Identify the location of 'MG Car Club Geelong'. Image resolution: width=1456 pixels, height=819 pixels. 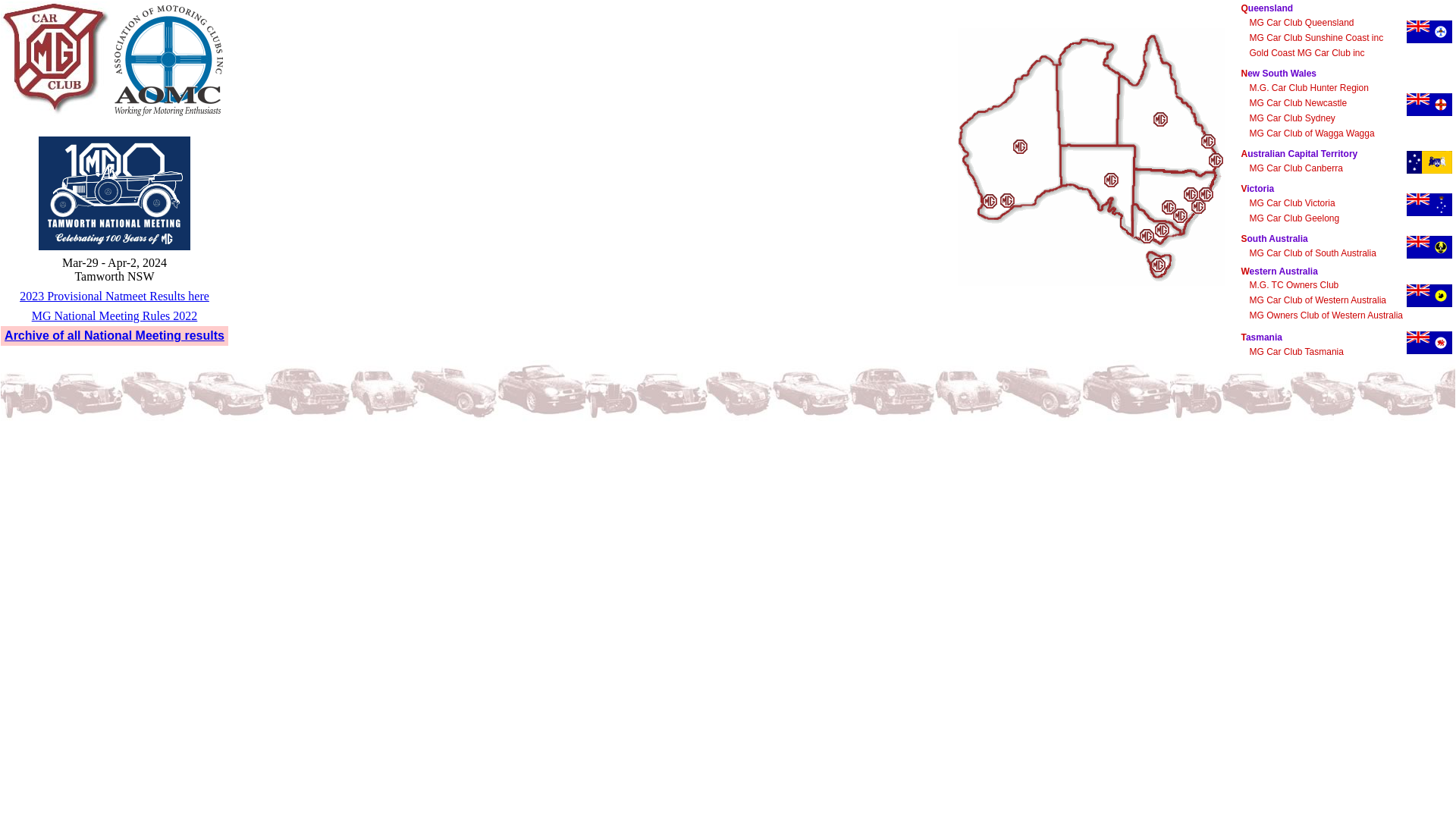
(1293, 218).